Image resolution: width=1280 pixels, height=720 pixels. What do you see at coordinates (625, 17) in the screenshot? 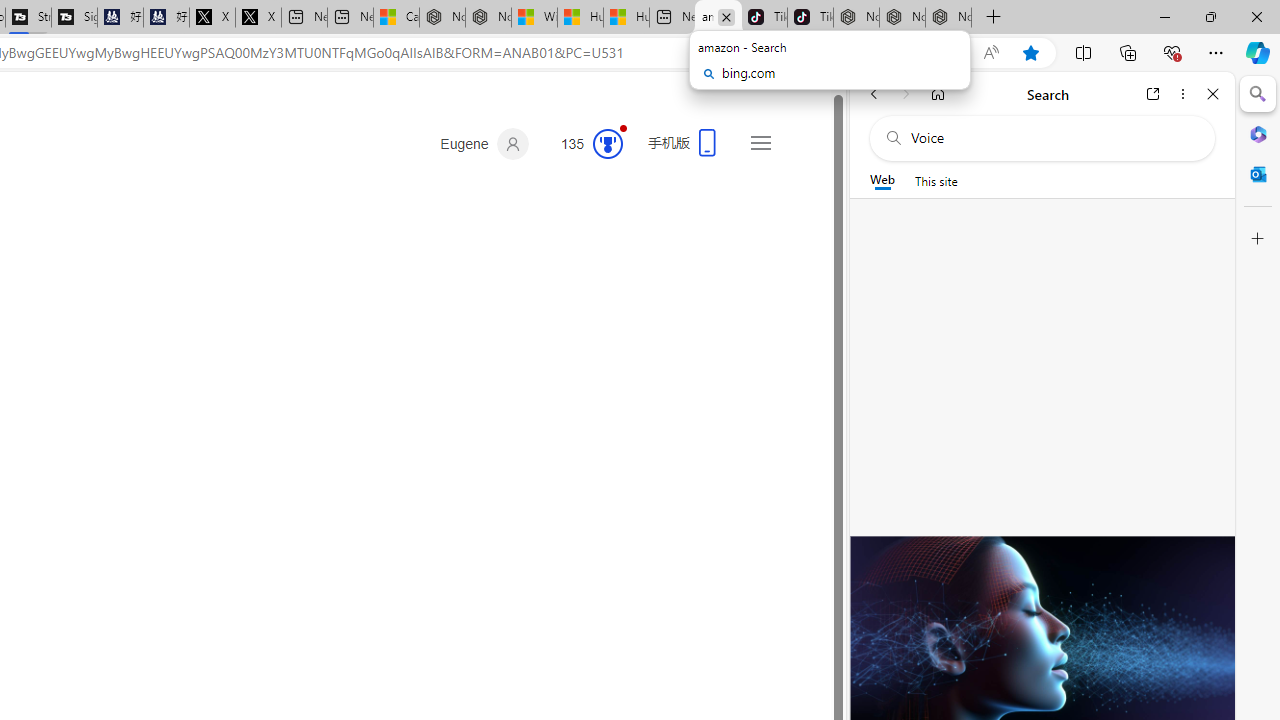
I see `'Huge shark washes ashore at New York City beach | Watch'` at bounding box center [625, 17].